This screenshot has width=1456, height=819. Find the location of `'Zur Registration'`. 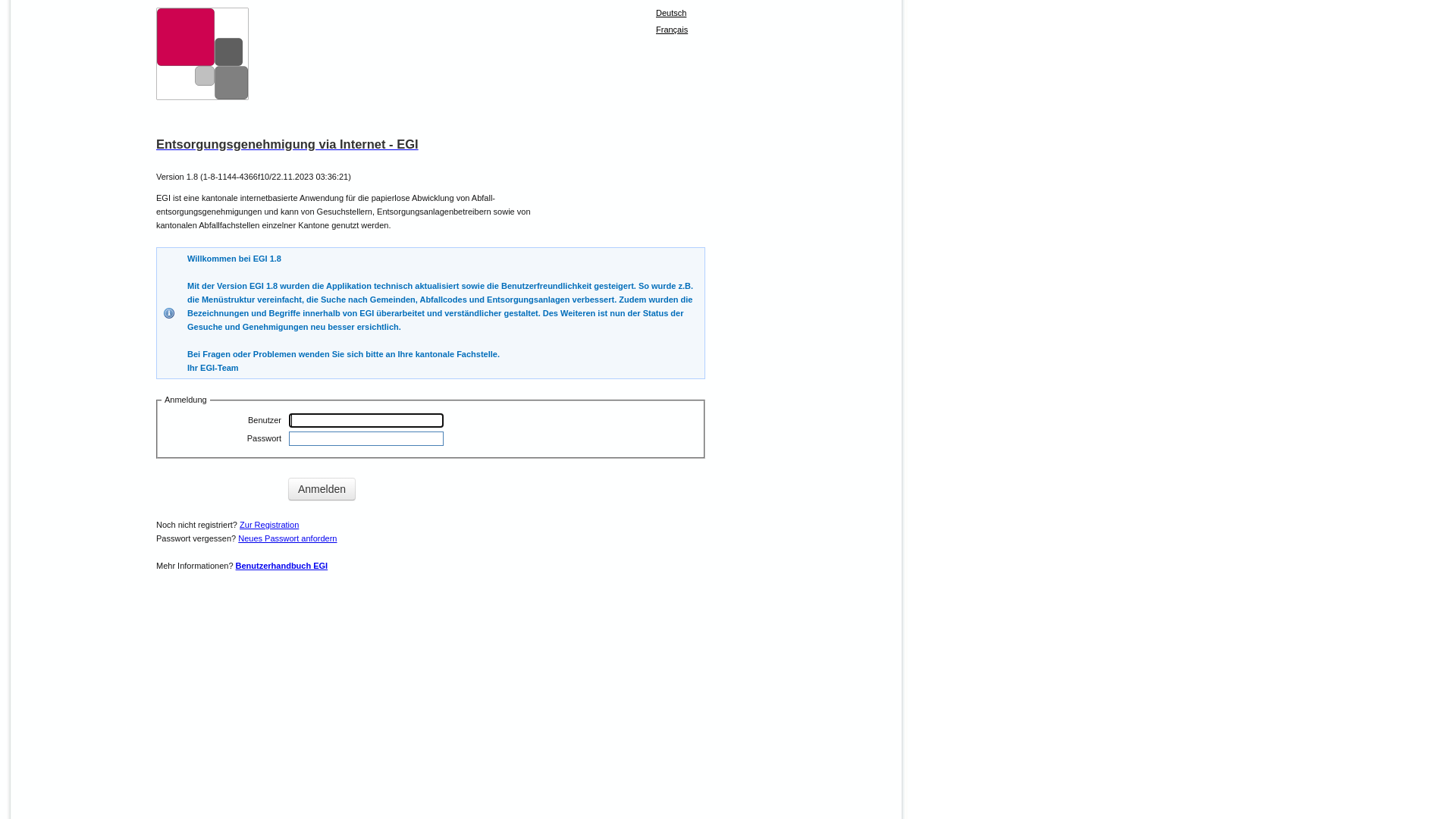

'Zur Registration' is located at coordinates (269, 523).